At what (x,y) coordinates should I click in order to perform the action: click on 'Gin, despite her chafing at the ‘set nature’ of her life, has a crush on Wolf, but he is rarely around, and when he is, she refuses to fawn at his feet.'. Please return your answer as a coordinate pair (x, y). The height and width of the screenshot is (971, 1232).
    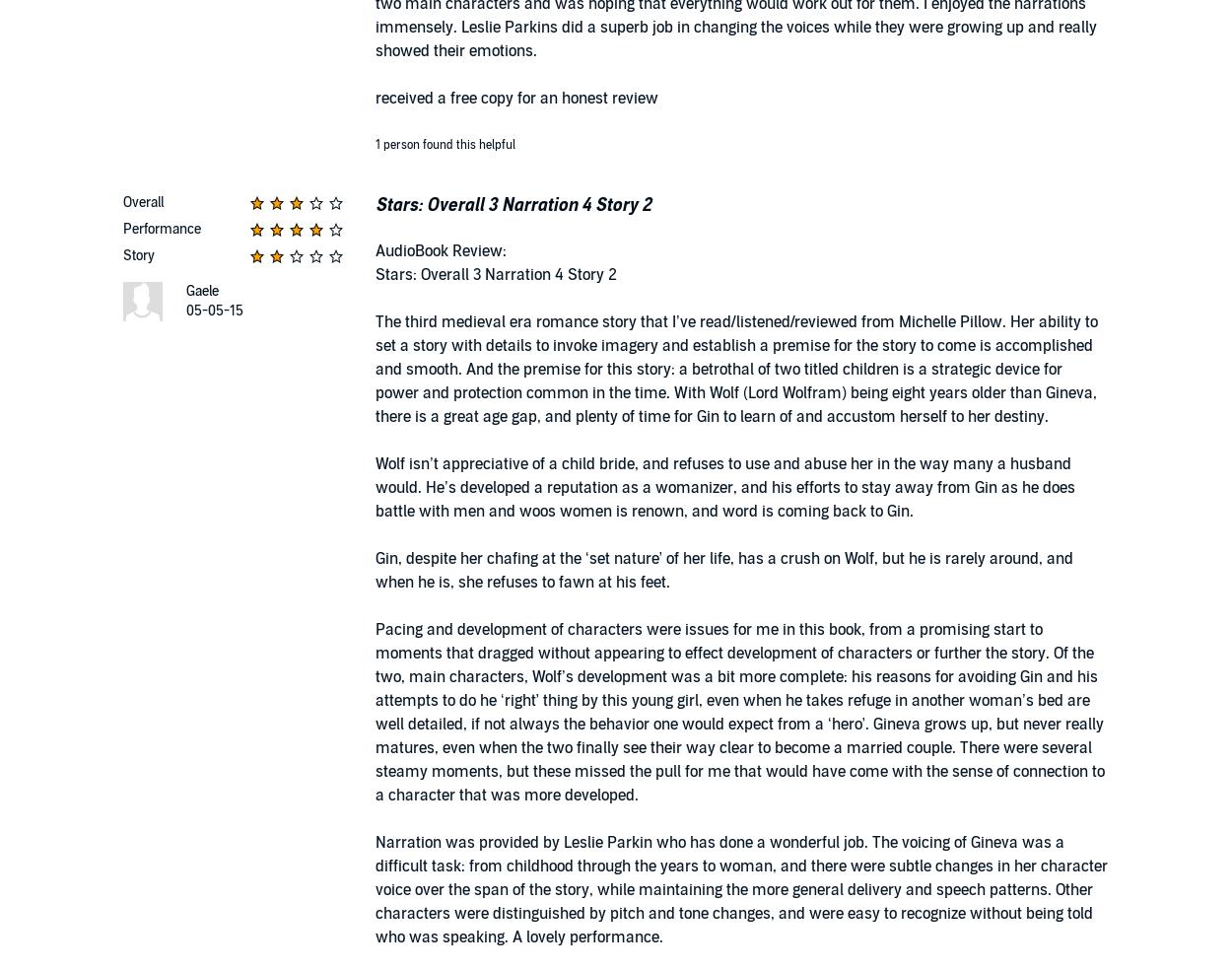
    Looking at the image, I should click on (376, 570).